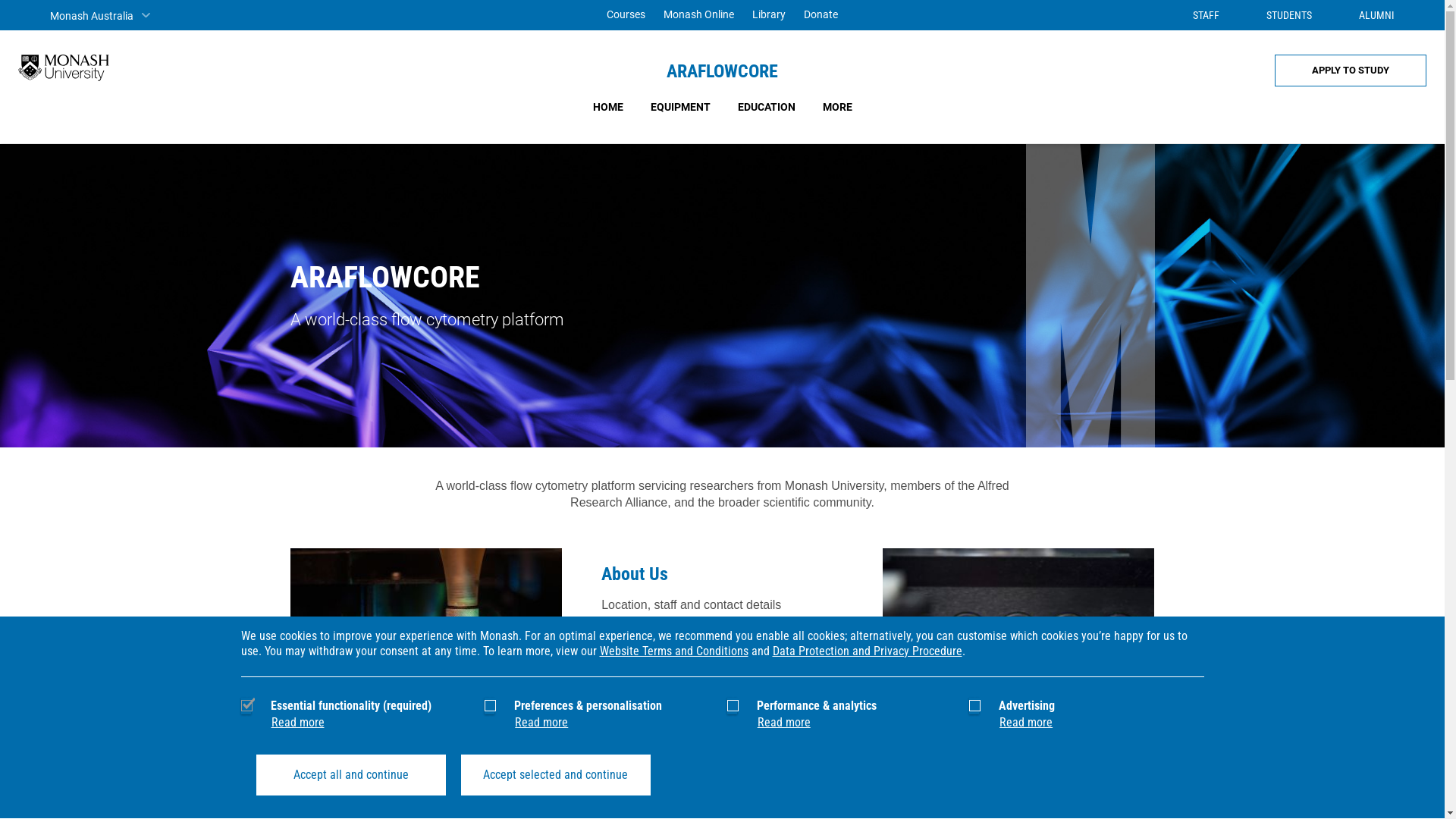 The image size is (1456, 819). What do you see at coordinates (765, 106) in the screenshot?
I see `'EDUCATION'` at bounding box center [765, 106].